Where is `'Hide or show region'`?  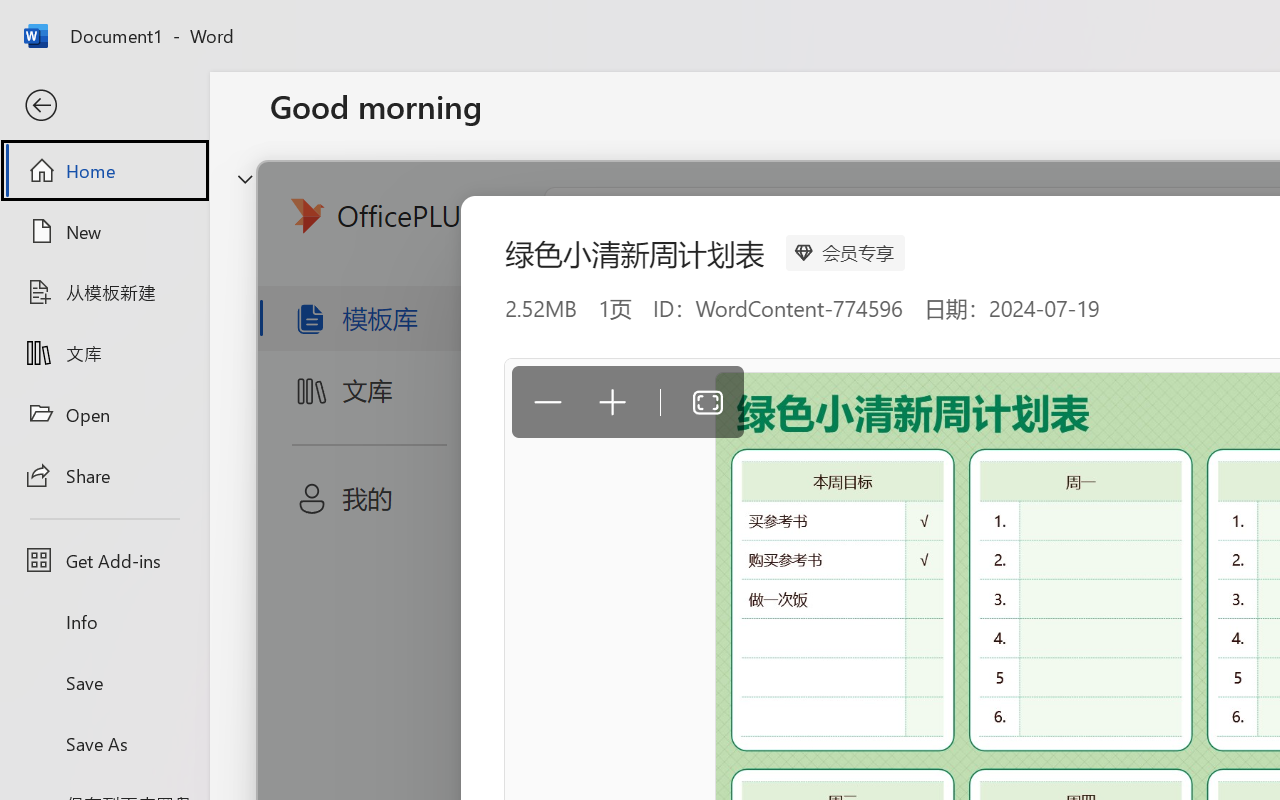
'Hide or show region' is located at coordinates (244, 177).